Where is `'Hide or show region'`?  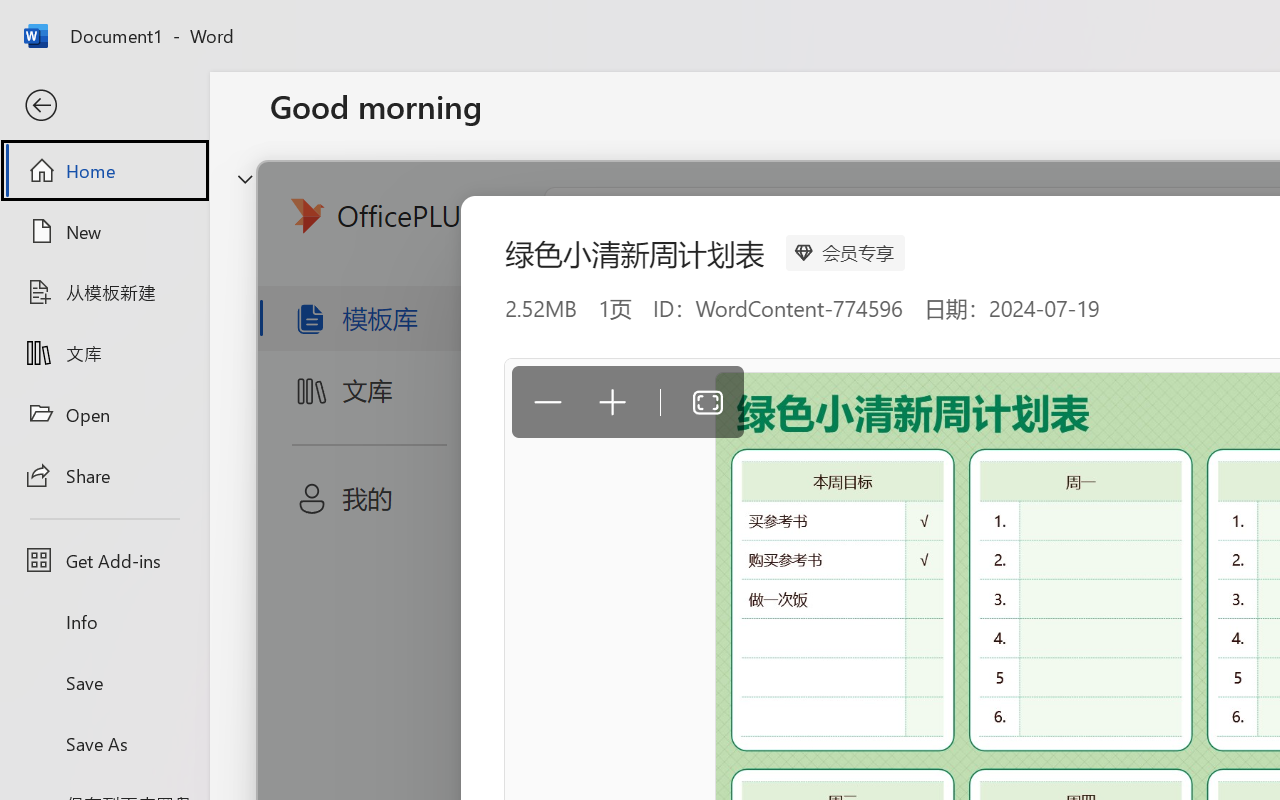
'Hide or show region' is located at coordinates (244, 177).